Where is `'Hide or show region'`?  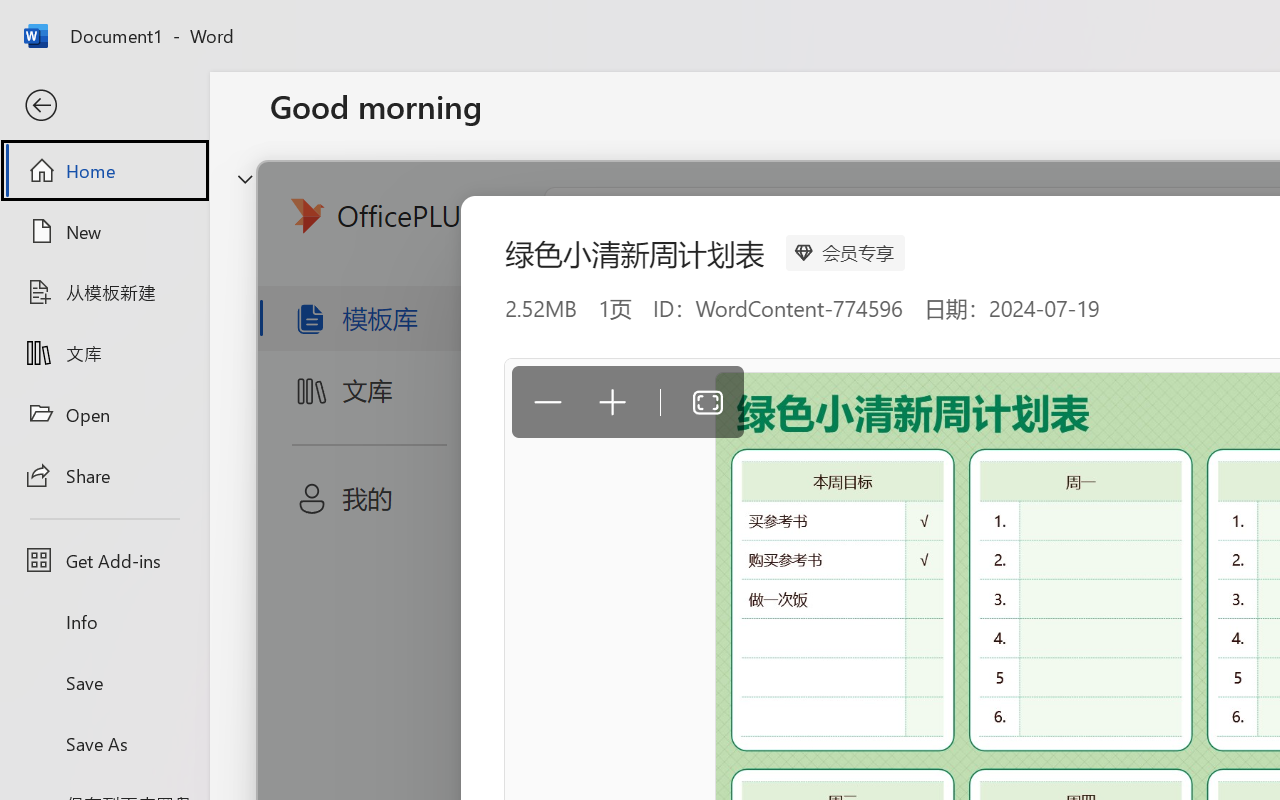
'Hide or show region' is located at coordinates (244, 177).